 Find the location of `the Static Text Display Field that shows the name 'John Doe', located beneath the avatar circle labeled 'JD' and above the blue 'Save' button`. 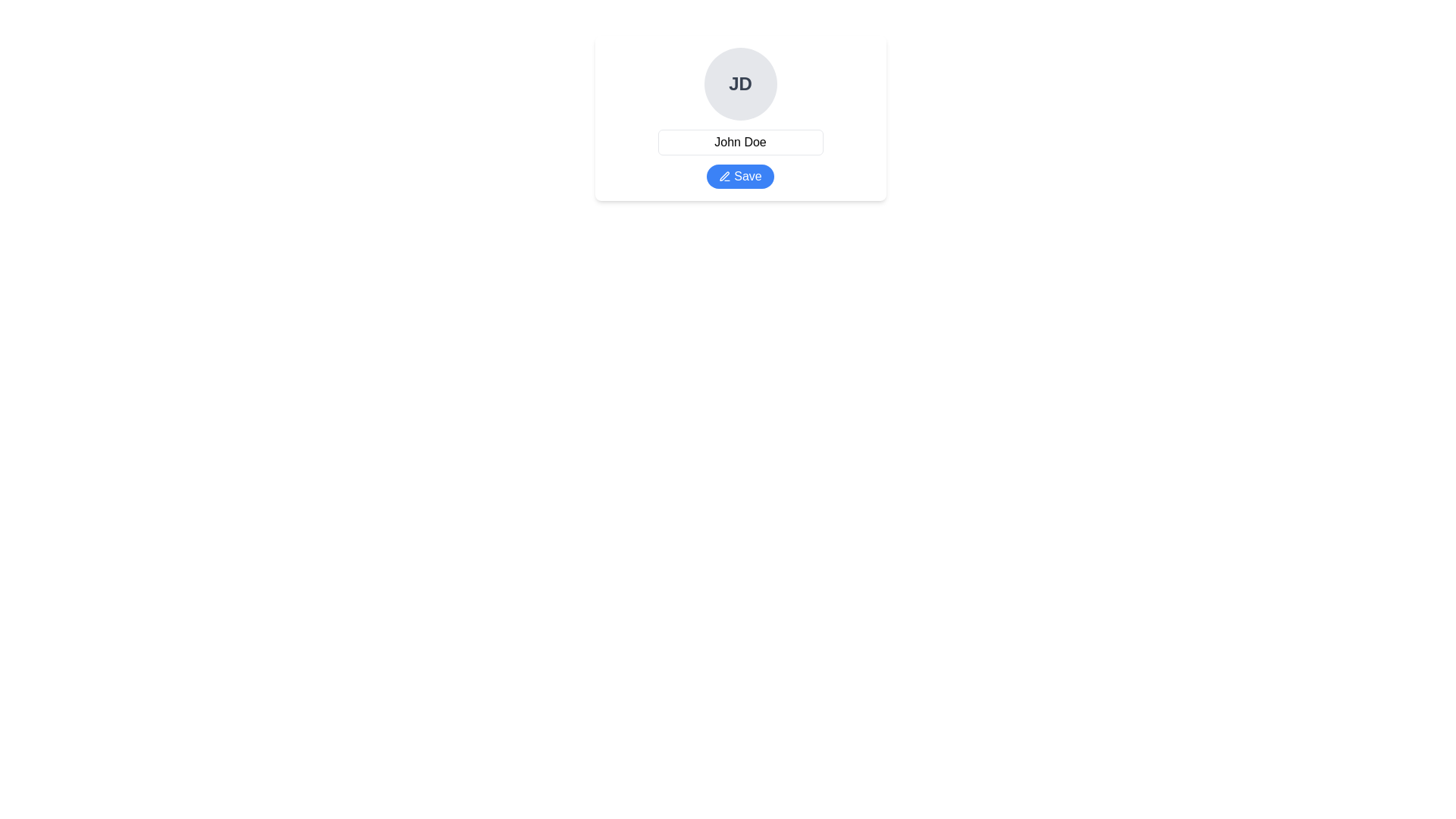

the Static Text Display Field that shows the name 'John Doe', located beneath the avatar circle labeled 'JD' and above the blue 'Save' button is located at coordinates (740, 143).